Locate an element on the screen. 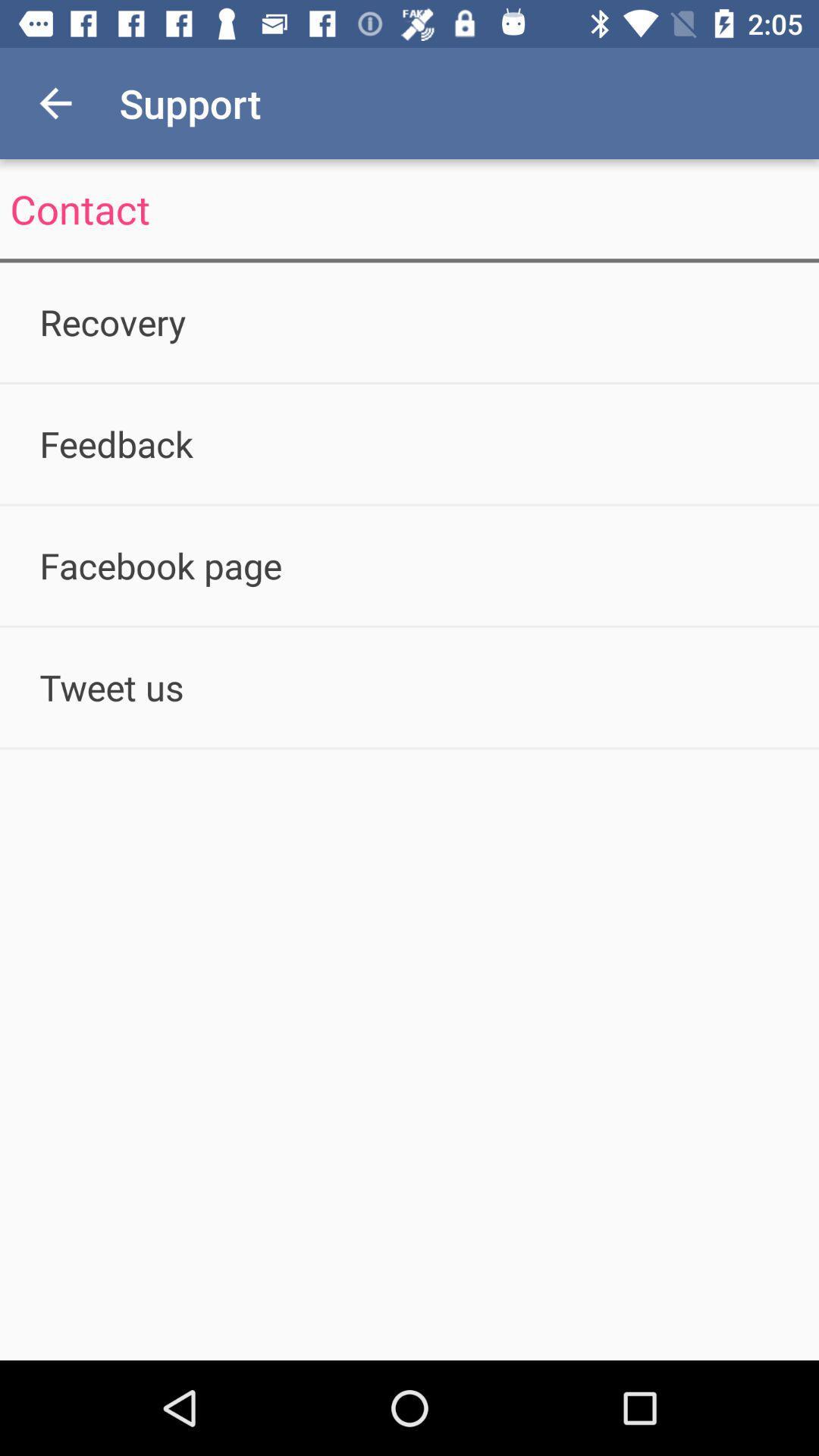  icon next to support app is located at coordinates (55, 102).